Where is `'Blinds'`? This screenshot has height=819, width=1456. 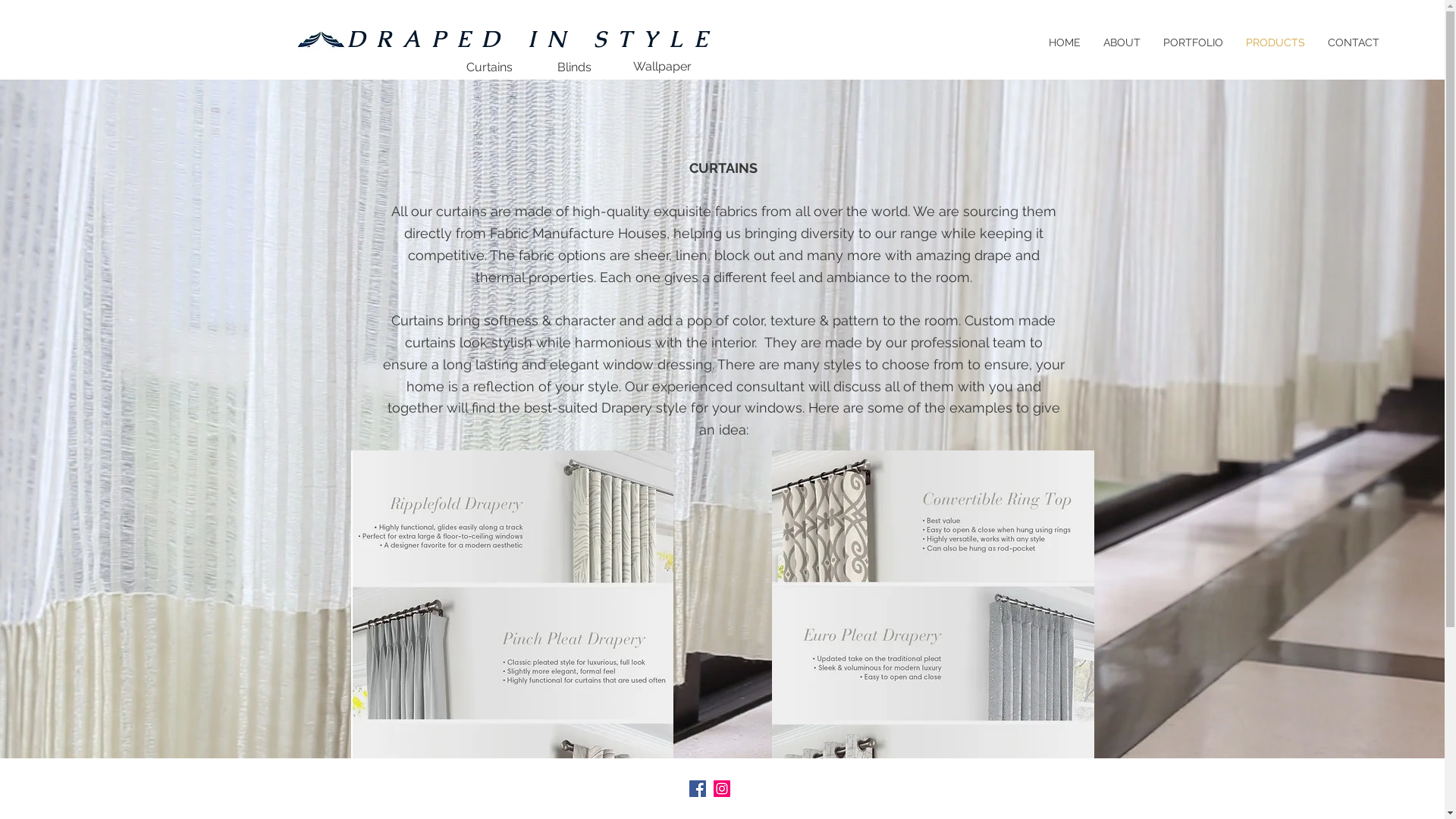 'Blinds' is located at coordinates (573, 67).